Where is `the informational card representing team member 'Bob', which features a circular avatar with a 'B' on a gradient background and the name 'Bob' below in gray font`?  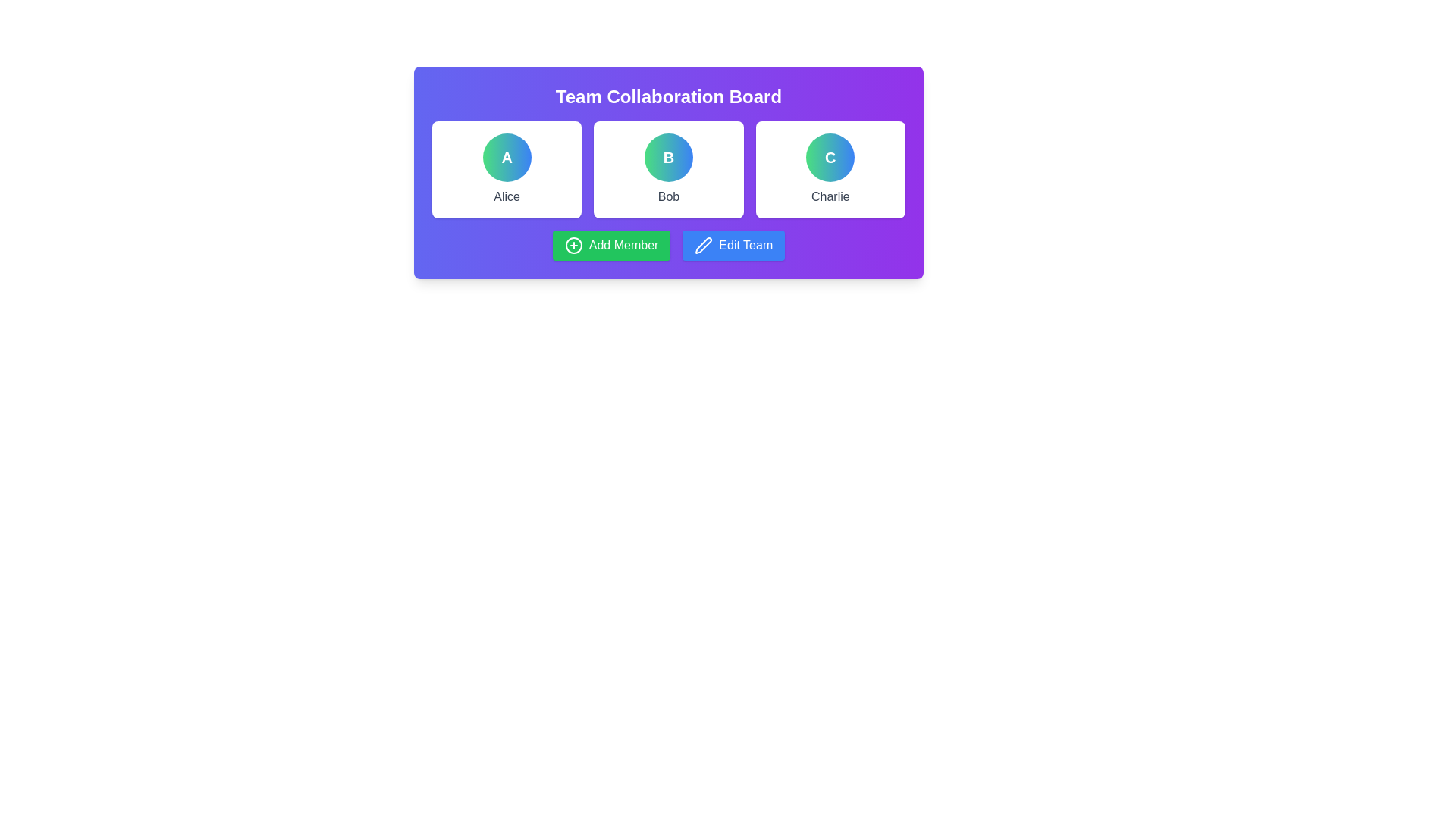 the informational card representing team member 'Bob', which features a circular avatar with a 'B' on a gradient background and the name 'Bob' below in gray font is located at coordinates (668, 171).